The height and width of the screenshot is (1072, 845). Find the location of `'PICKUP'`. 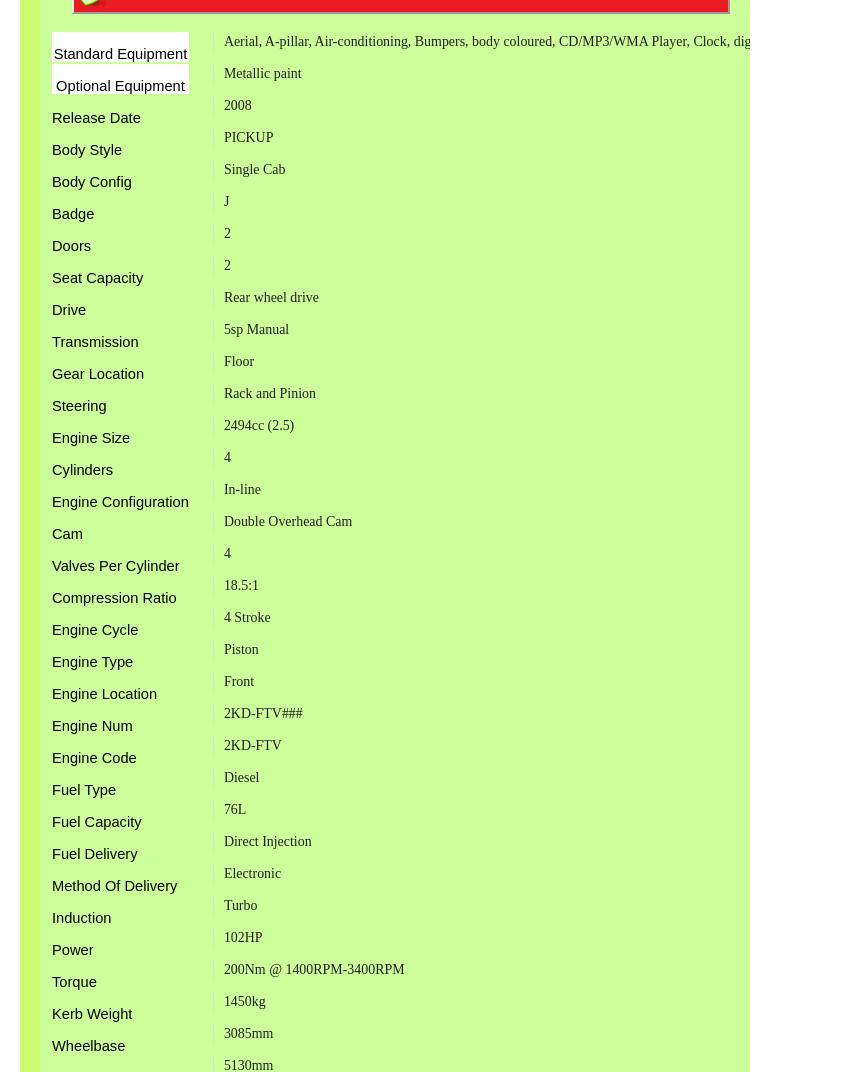

'PICKUP' is located at coordinates (221, 136).